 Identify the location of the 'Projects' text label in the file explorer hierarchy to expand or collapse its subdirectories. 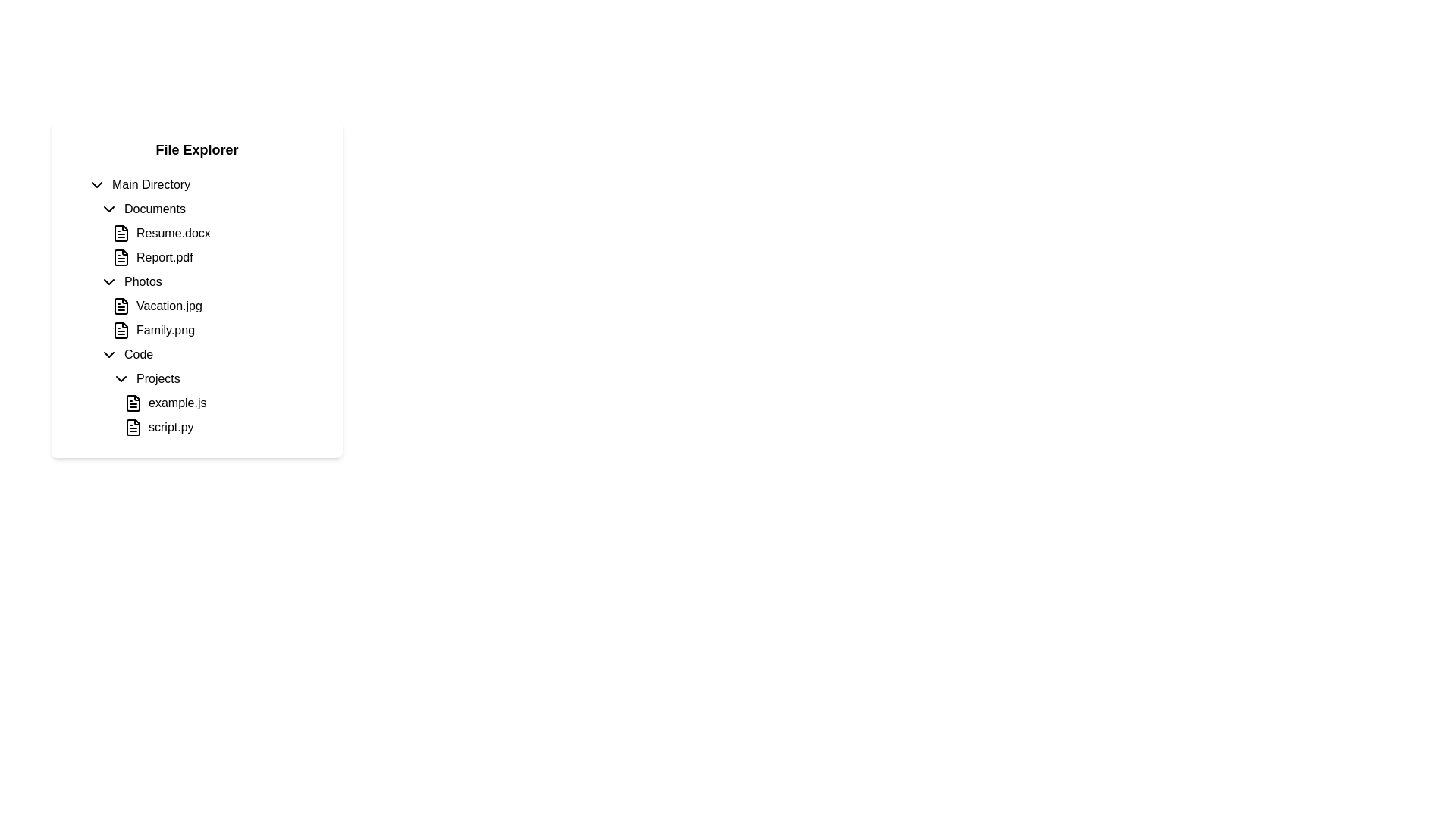
(158, 378).